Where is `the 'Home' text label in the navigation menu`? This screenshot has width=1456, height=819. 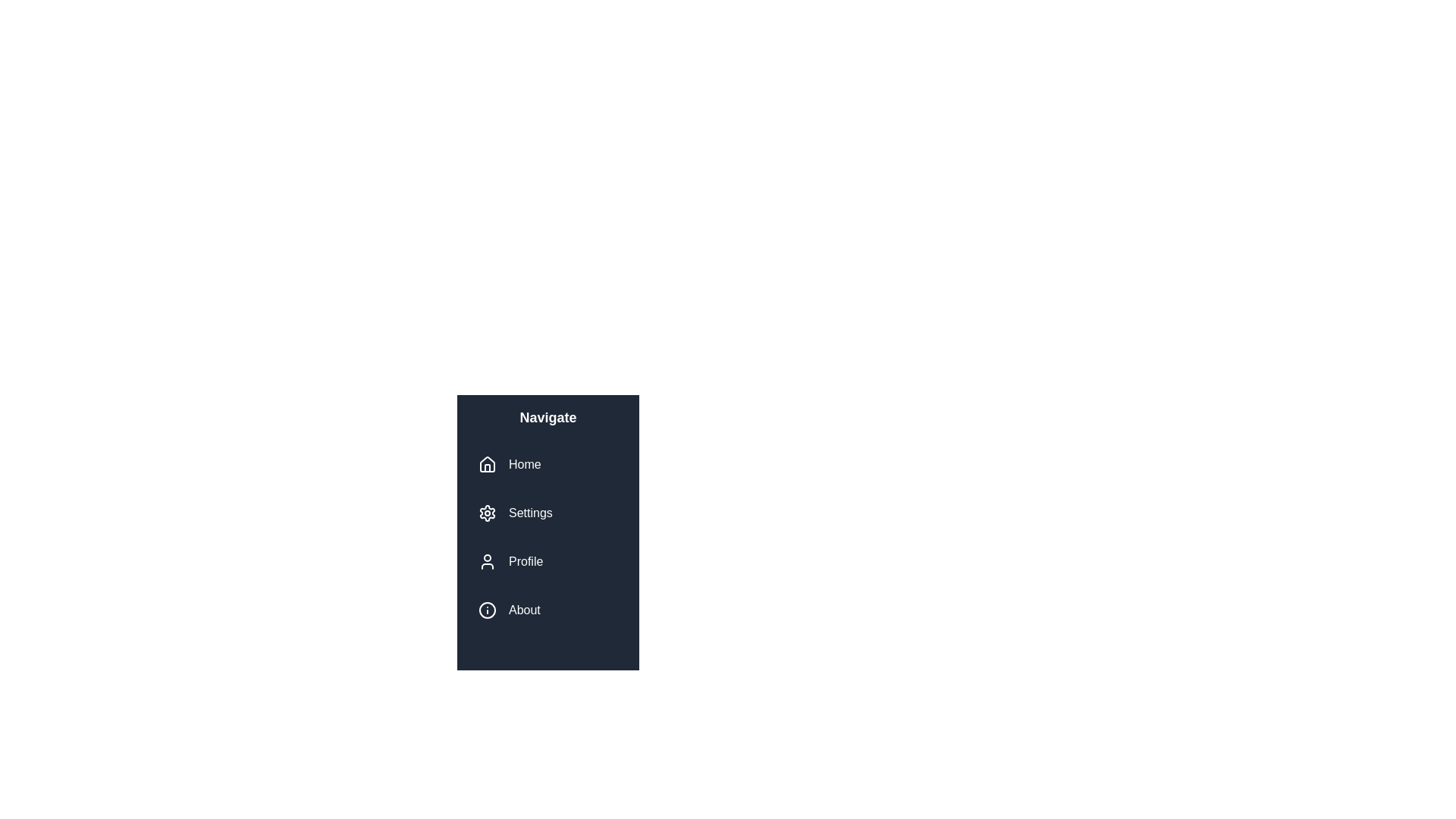
the 'Home' text label in the navigation menu is located at coordinates (525, 464).